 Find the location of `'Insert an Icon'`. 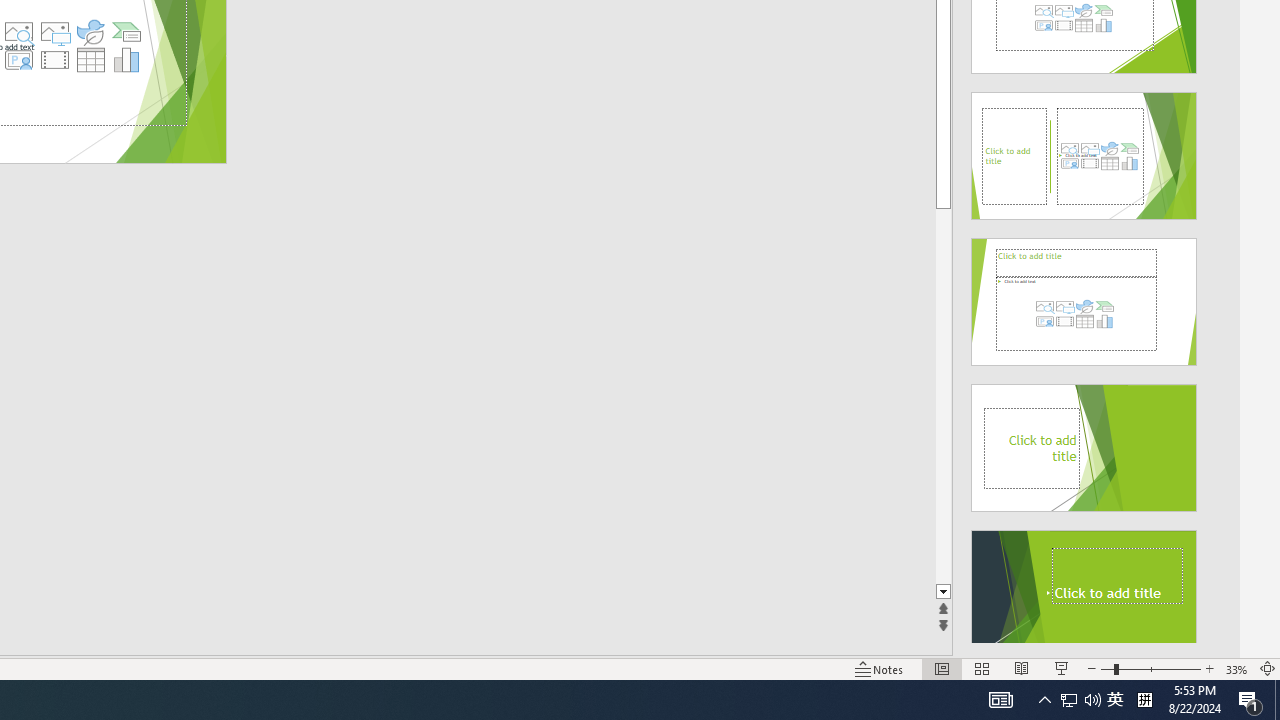

'Insert an Icon' is located at coordinates (90, 32).